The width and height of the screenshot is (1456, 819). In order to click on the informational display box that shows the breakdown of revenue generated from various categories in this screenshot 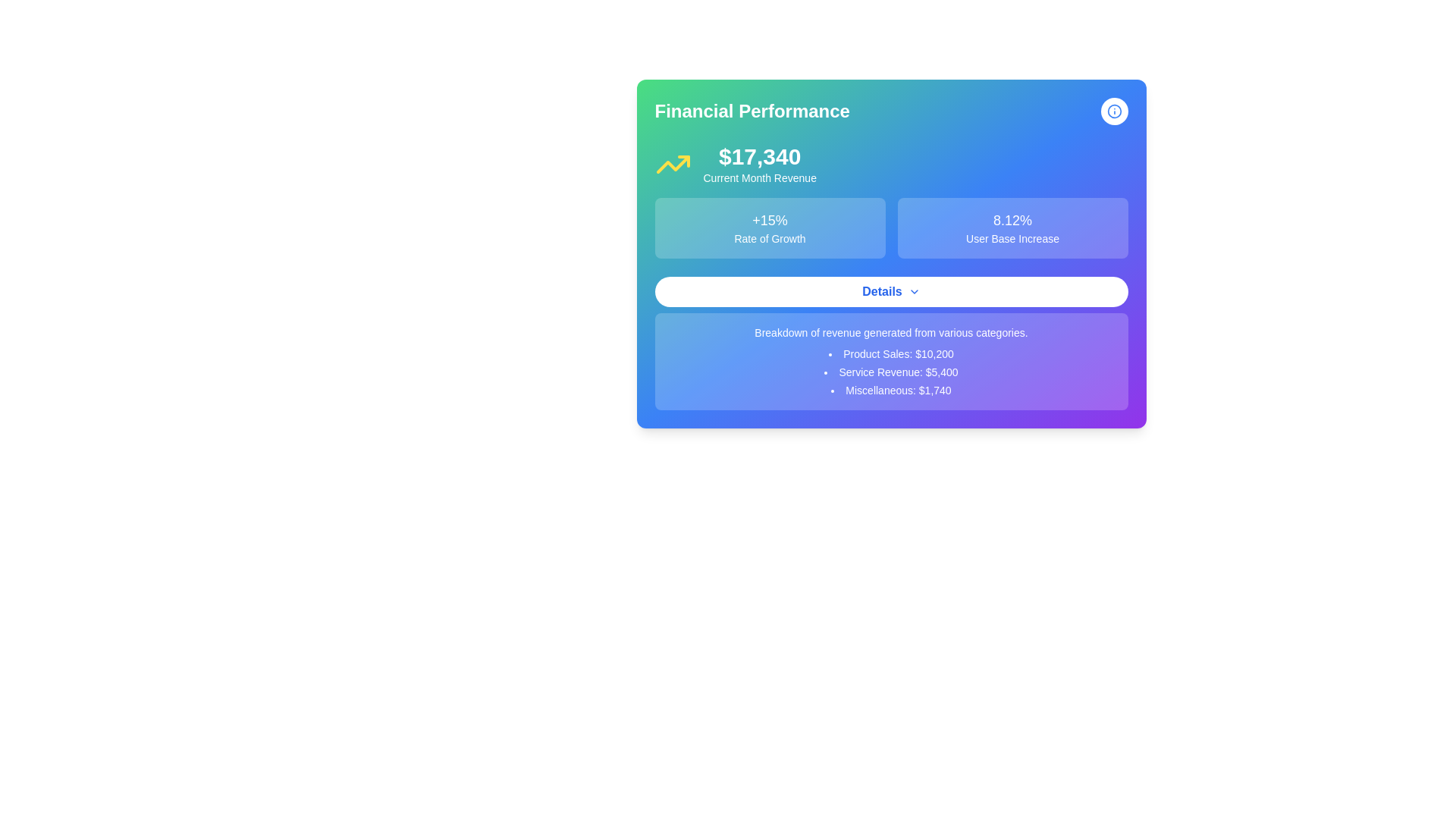, I will do `click(891, 362)`.